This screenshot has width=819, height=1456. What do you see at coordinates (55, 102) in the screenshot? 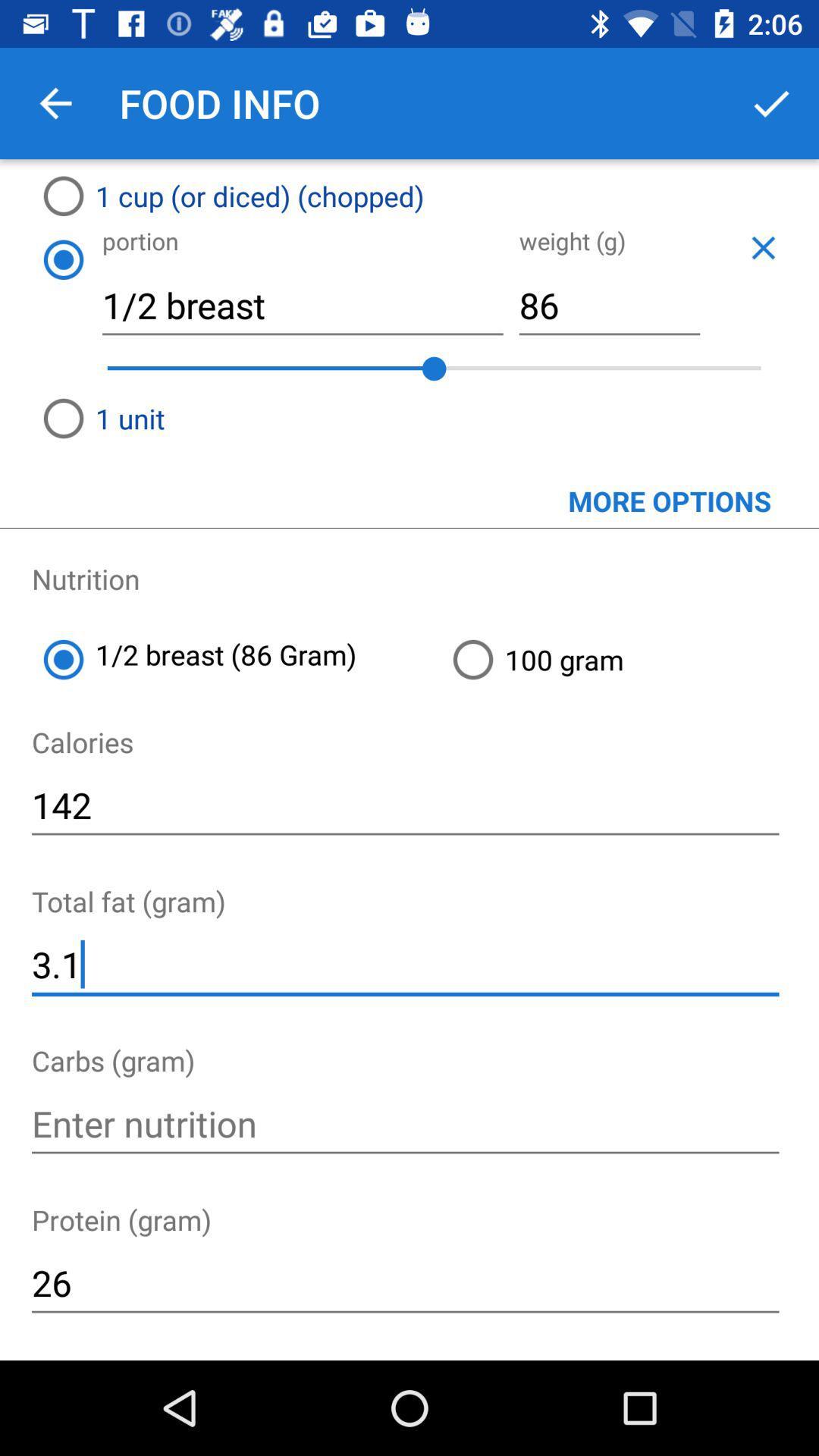
I see `the icon above the 1 cup or item` at bounding box center [55, 102].